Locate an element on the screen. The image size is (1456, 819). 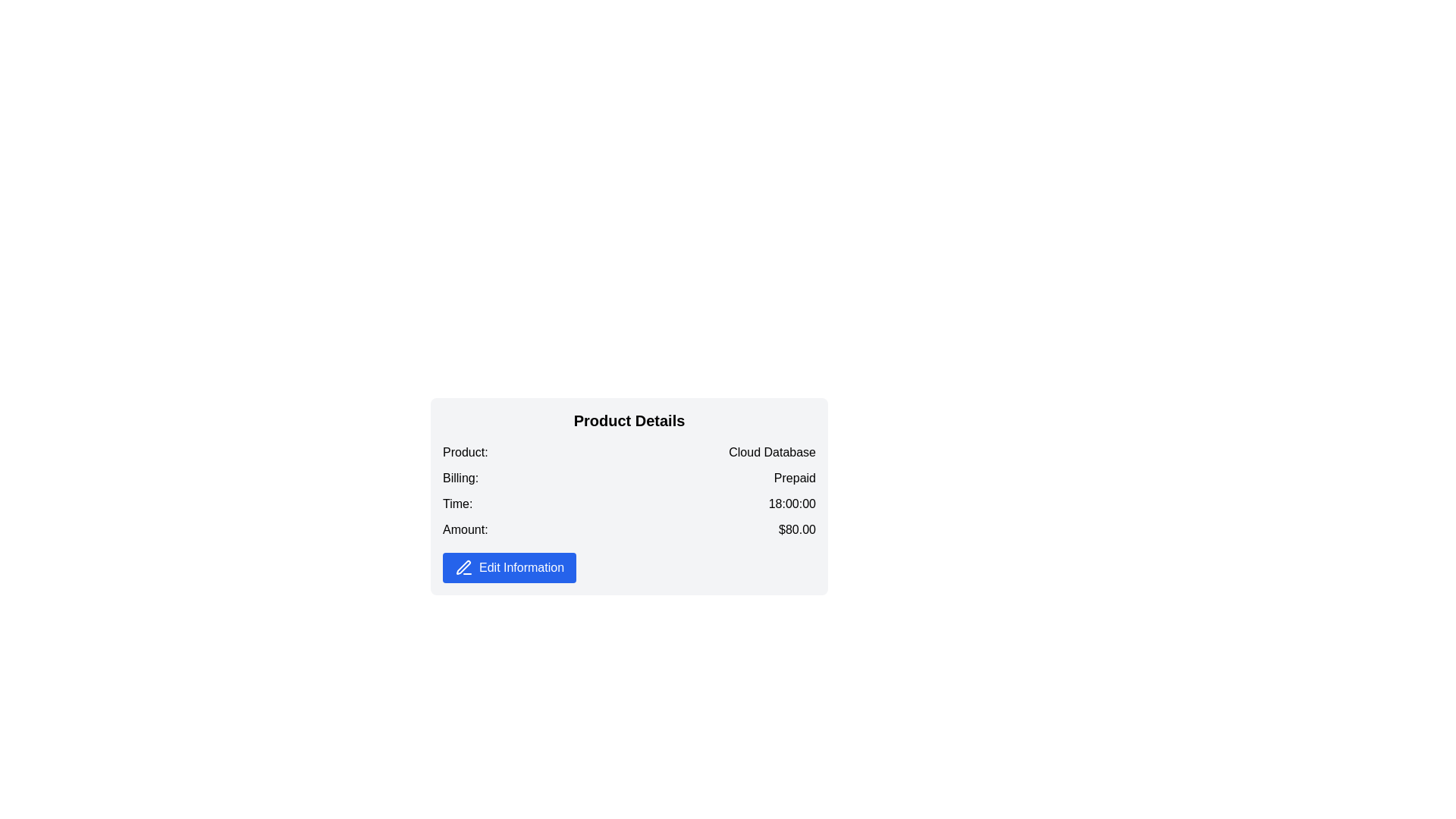
the static text label element that serves as a label for the time value '18:00:00' is located at coordinates (457, 505).